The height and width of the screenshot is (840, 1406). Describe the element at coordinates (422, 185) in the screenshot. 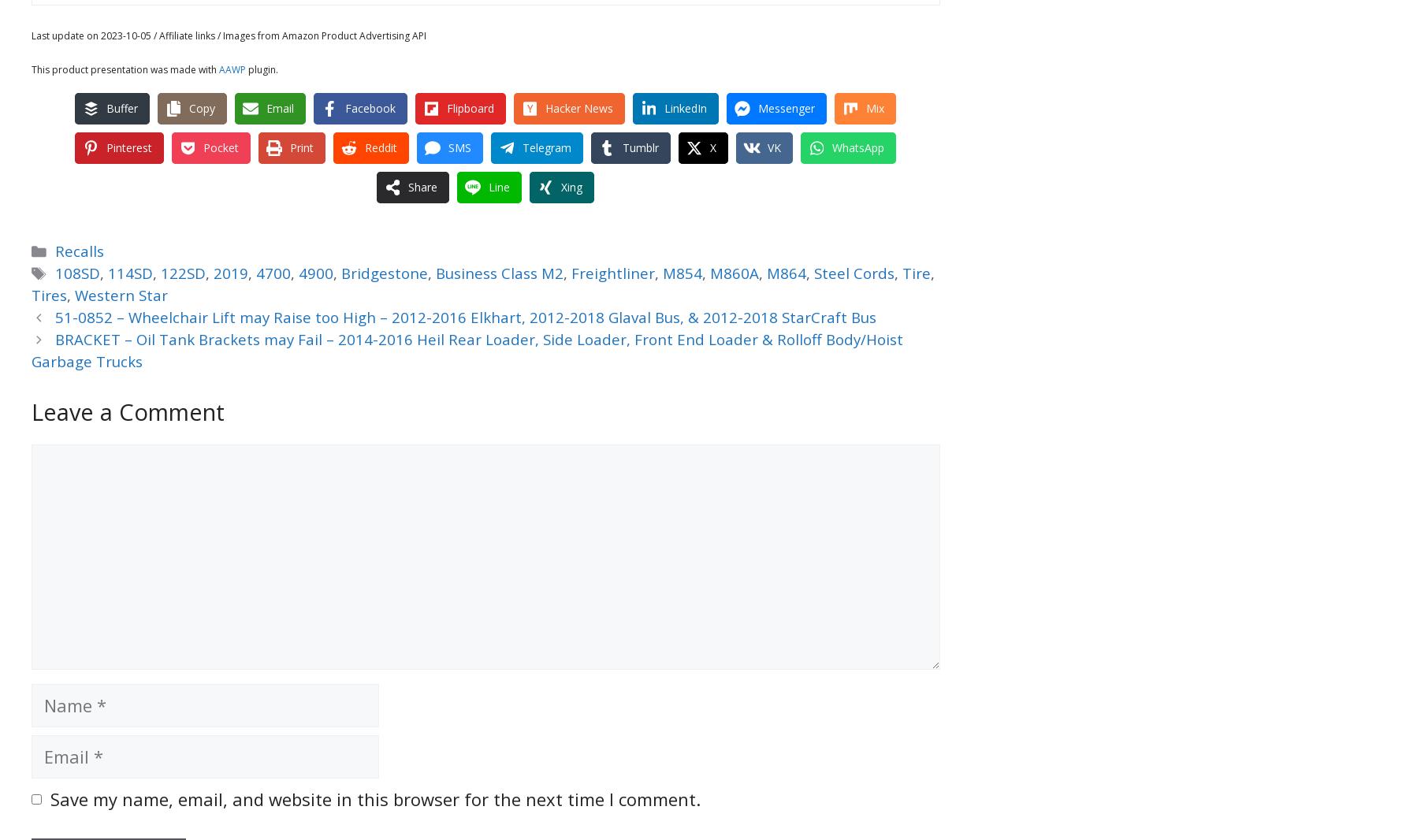

I see `'Share'` at that location.